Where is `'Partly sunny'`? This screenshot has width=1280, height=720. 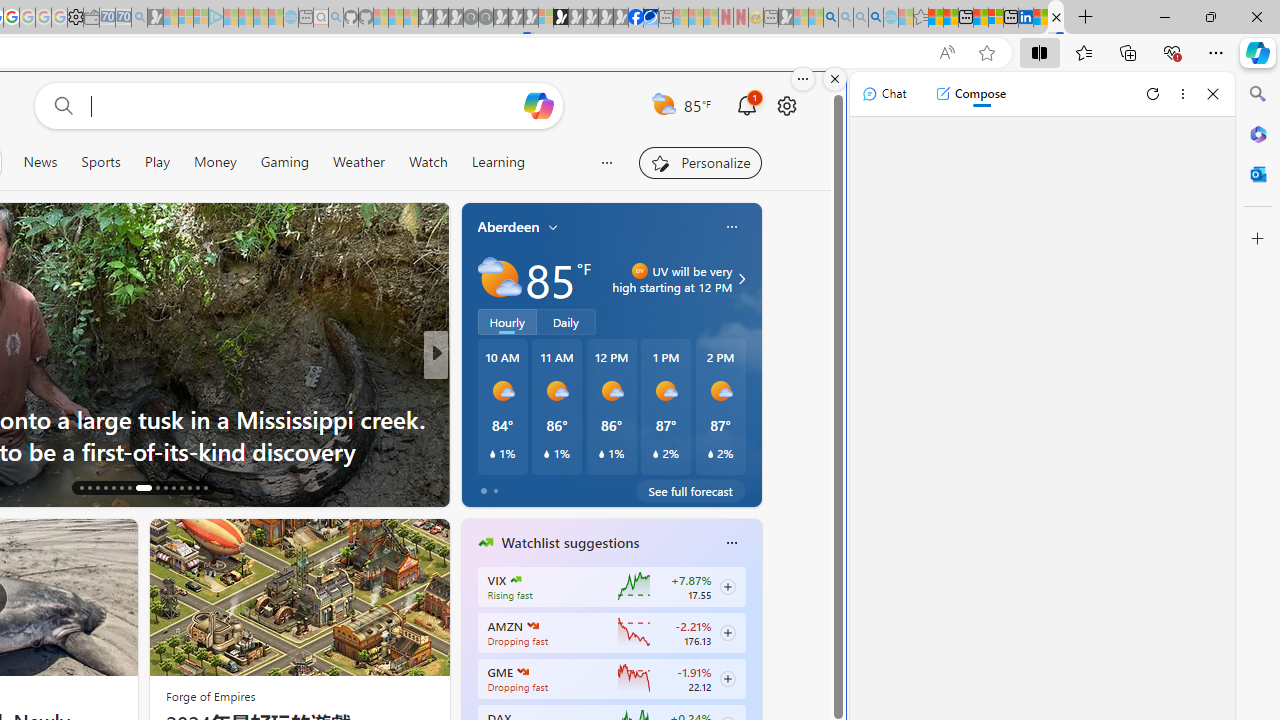 'Partly sunny' is located at coordinates (499, 279).